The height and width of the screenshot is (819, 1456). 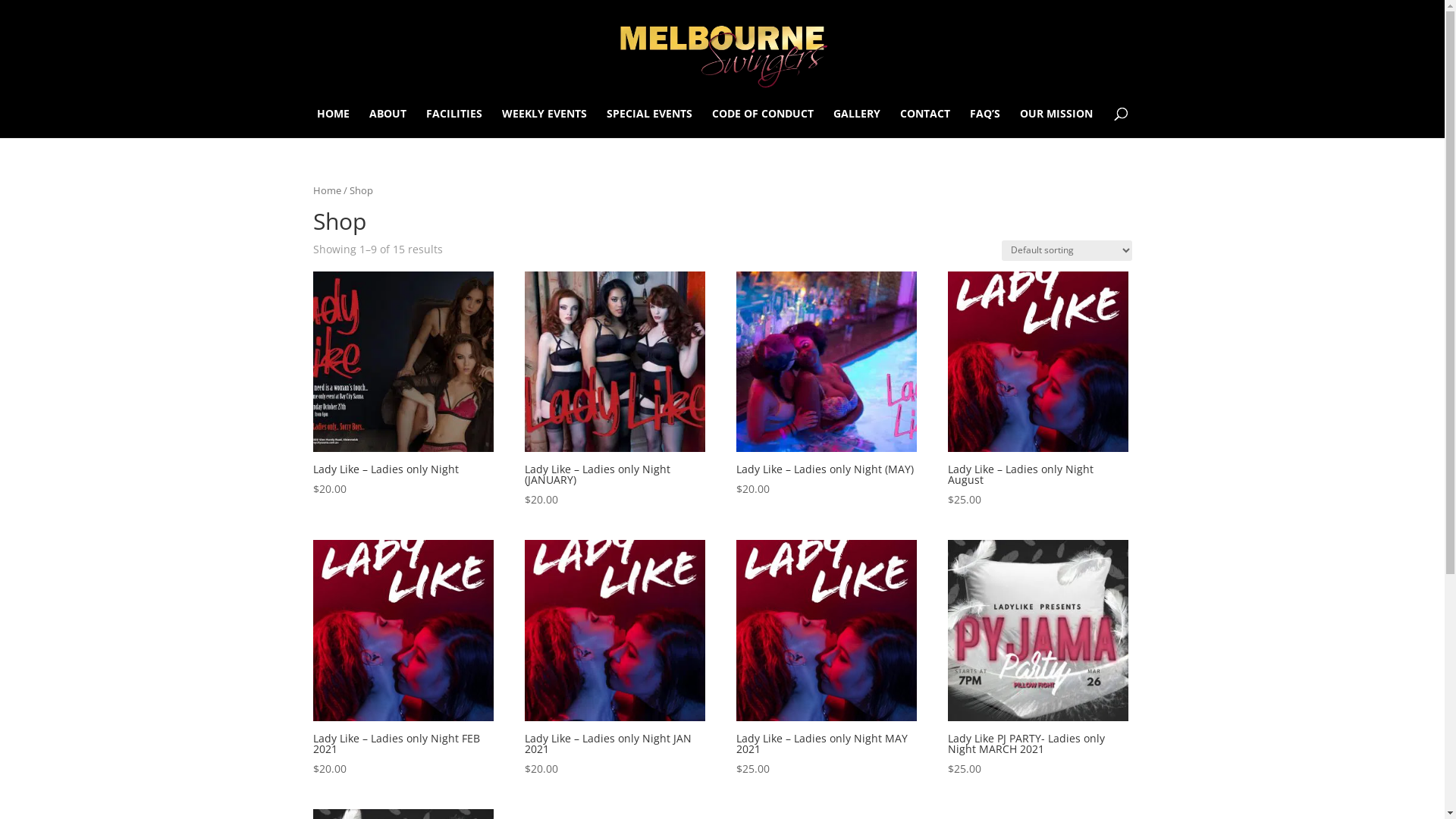 I want to click on 'CONTACT', so click(x=899, y=122).